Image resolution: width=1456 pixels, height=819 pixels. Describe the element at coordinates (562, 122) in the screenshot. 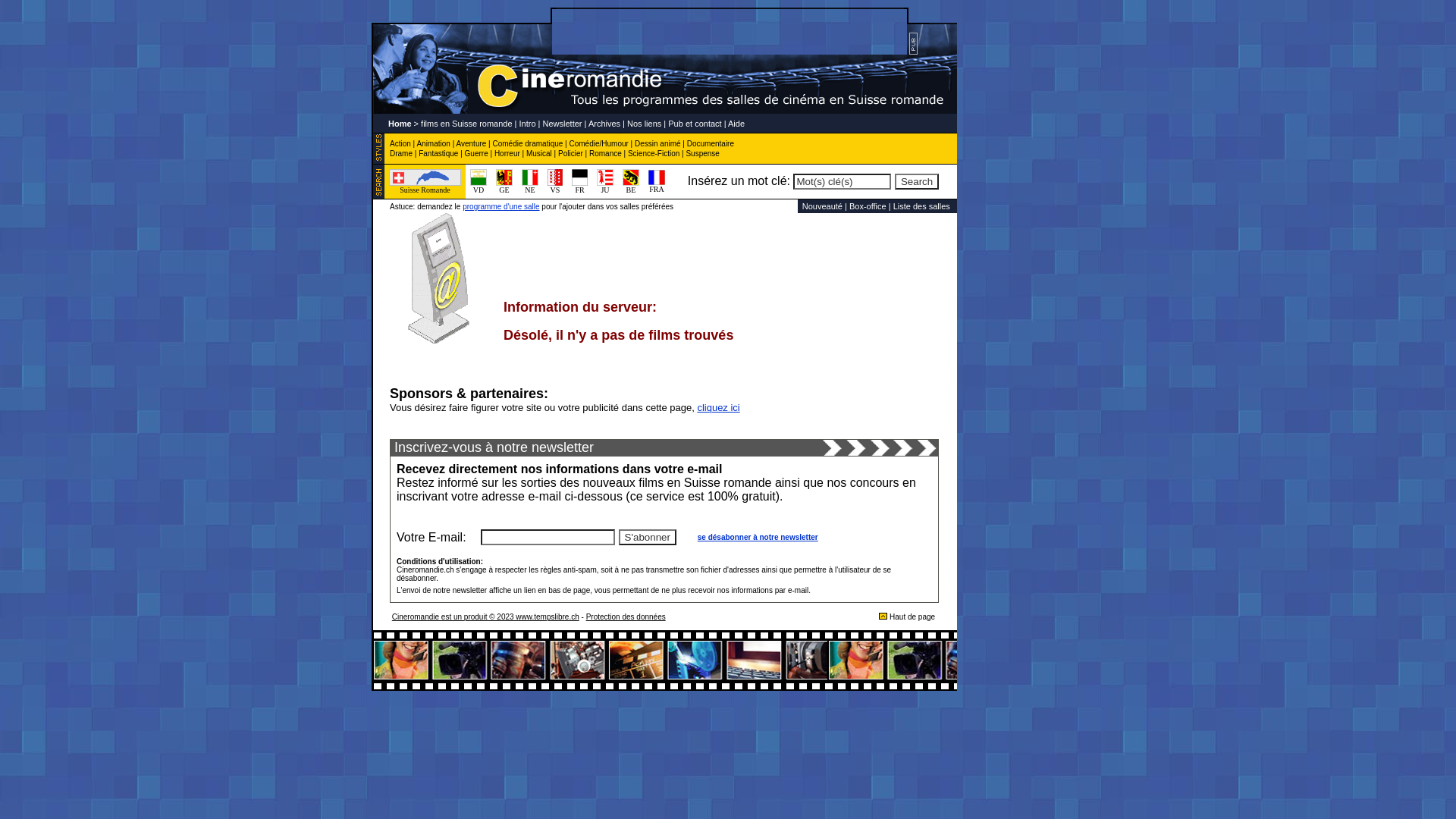

I see `'Newsletter'` at that location.